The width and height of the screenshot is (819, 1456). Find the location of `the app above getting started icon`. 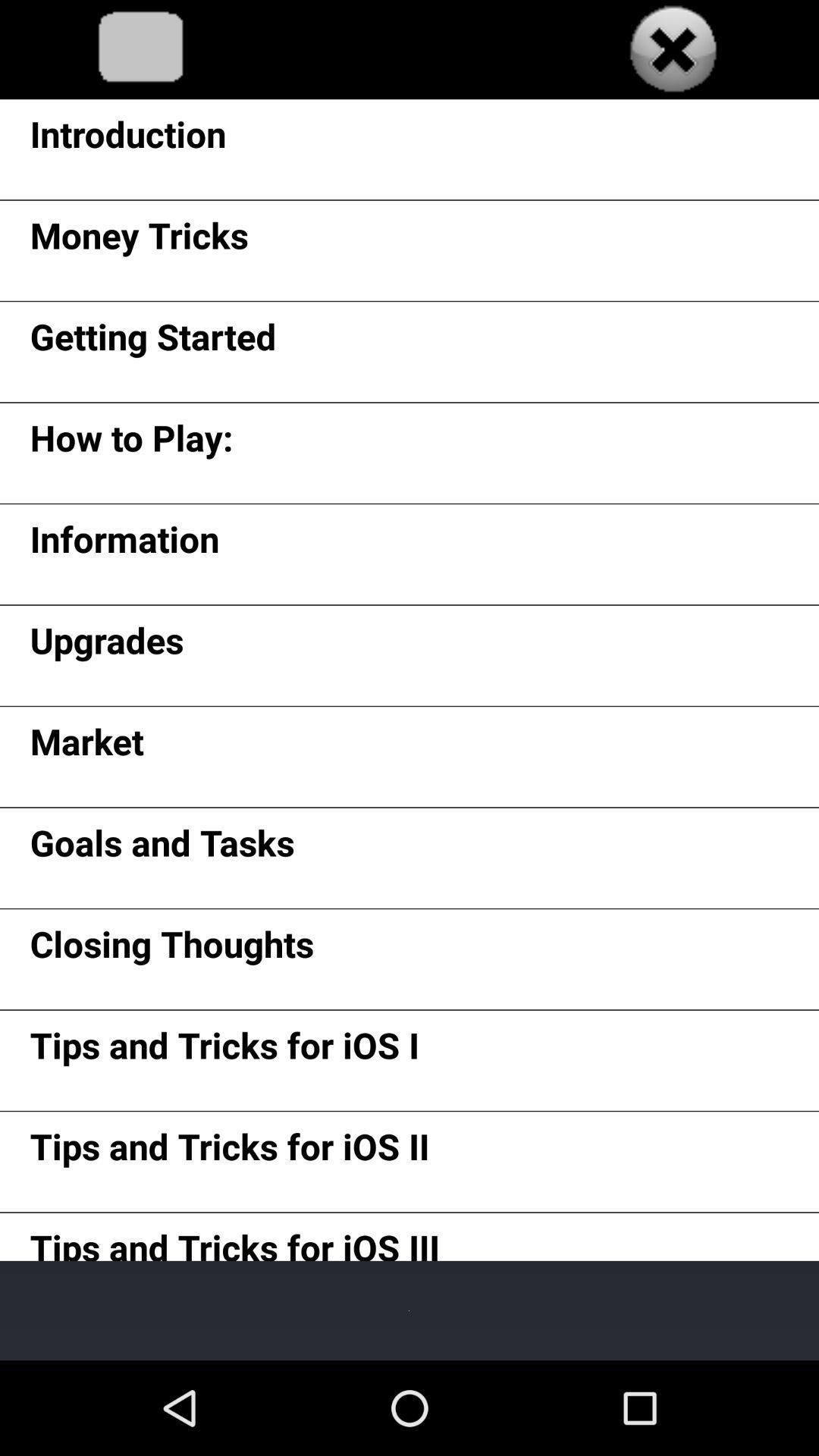

the app above getting started icon is located at coordinates (139, 240).